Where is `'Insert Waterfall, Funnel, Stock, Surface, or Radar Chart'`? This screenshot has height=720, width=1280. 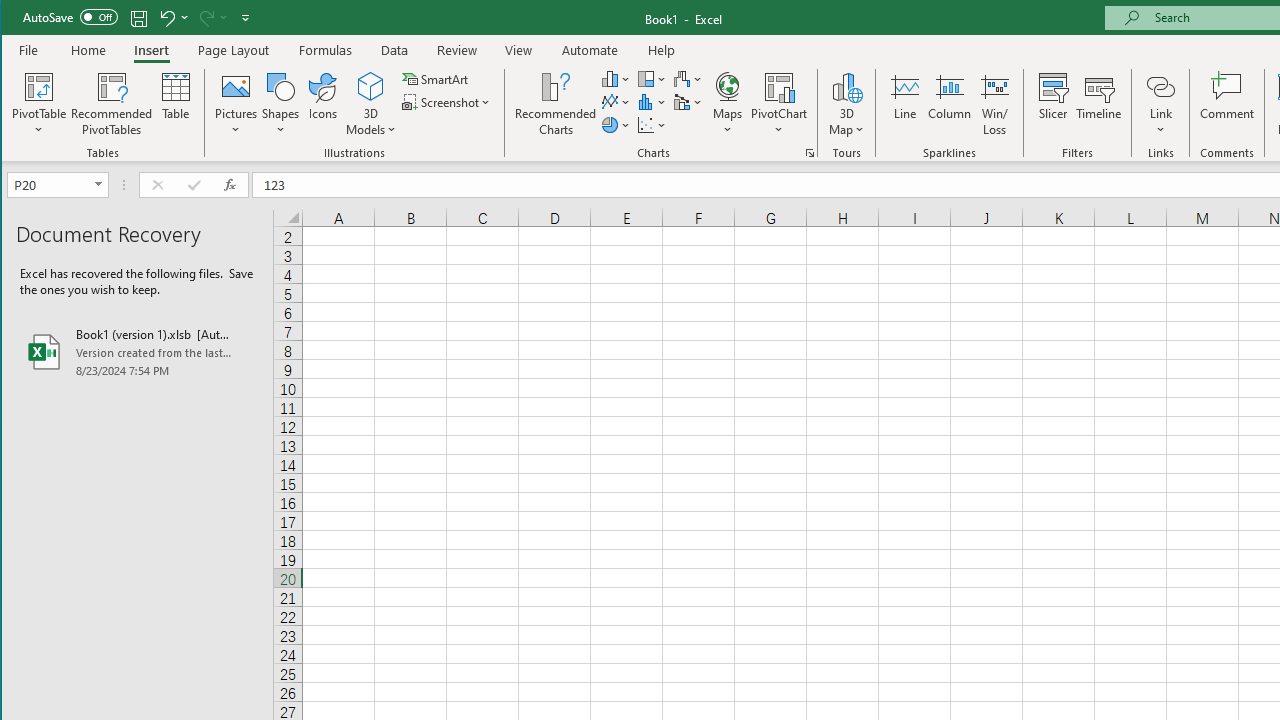
'Insert Waterfall, Funnel, Stock, Surface, or Radar Chart' is located at coordinates (688, 78).